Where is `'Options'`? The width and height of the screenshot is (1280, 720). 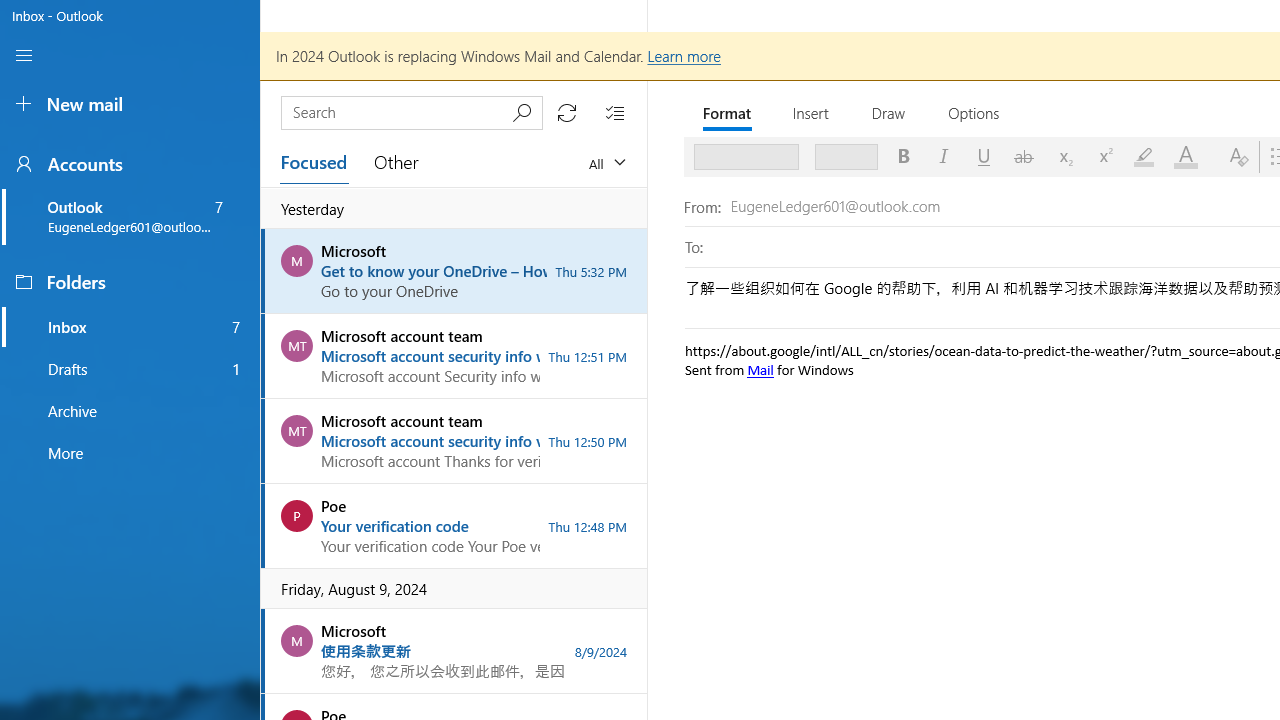
'Options' is located at coordinates (974, 113).